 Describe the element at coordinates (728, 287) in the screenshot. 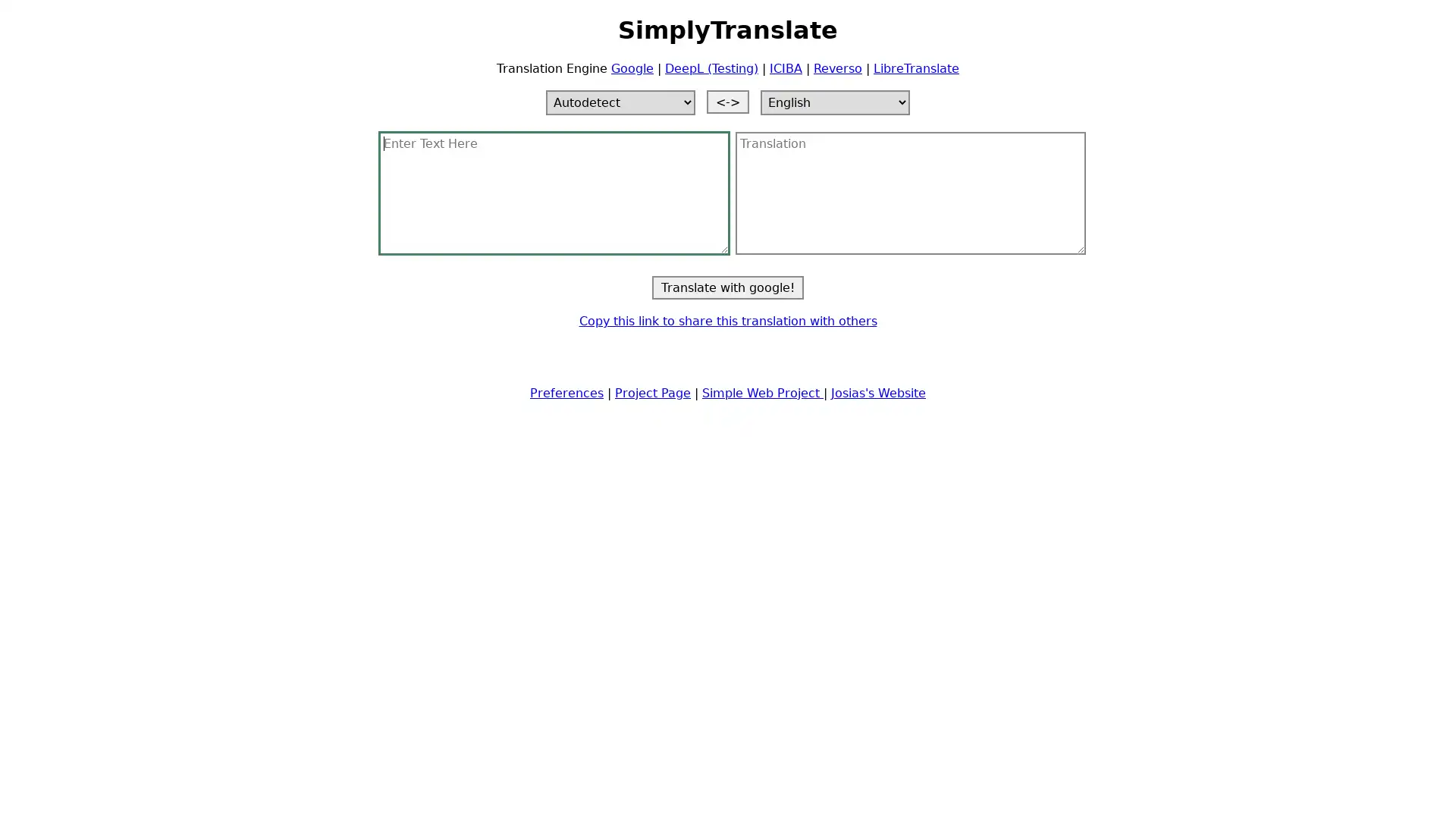

I see `Translate with google!` at that location.